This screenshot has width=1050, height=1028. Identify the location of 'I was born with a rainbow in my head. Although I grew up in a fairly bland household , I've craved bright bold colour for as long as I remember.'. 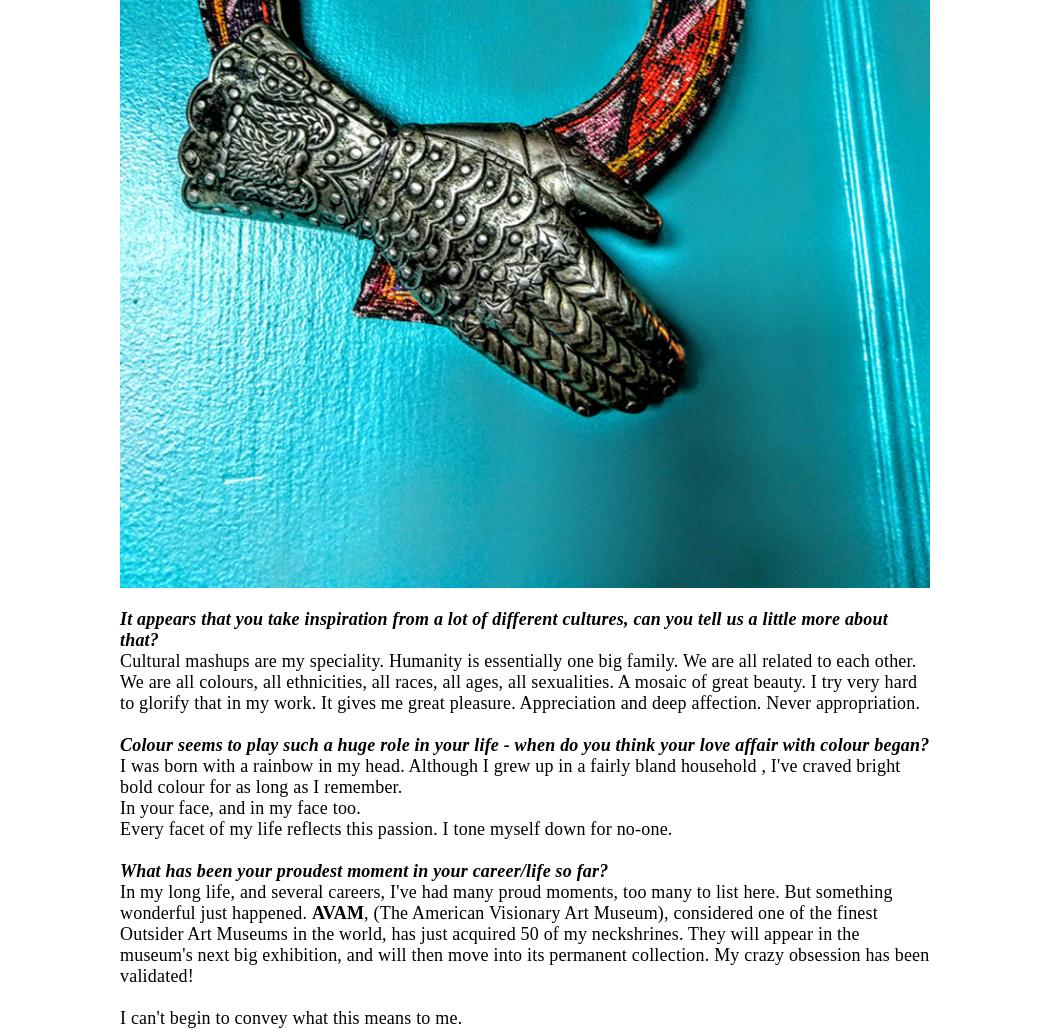
(508, 775).